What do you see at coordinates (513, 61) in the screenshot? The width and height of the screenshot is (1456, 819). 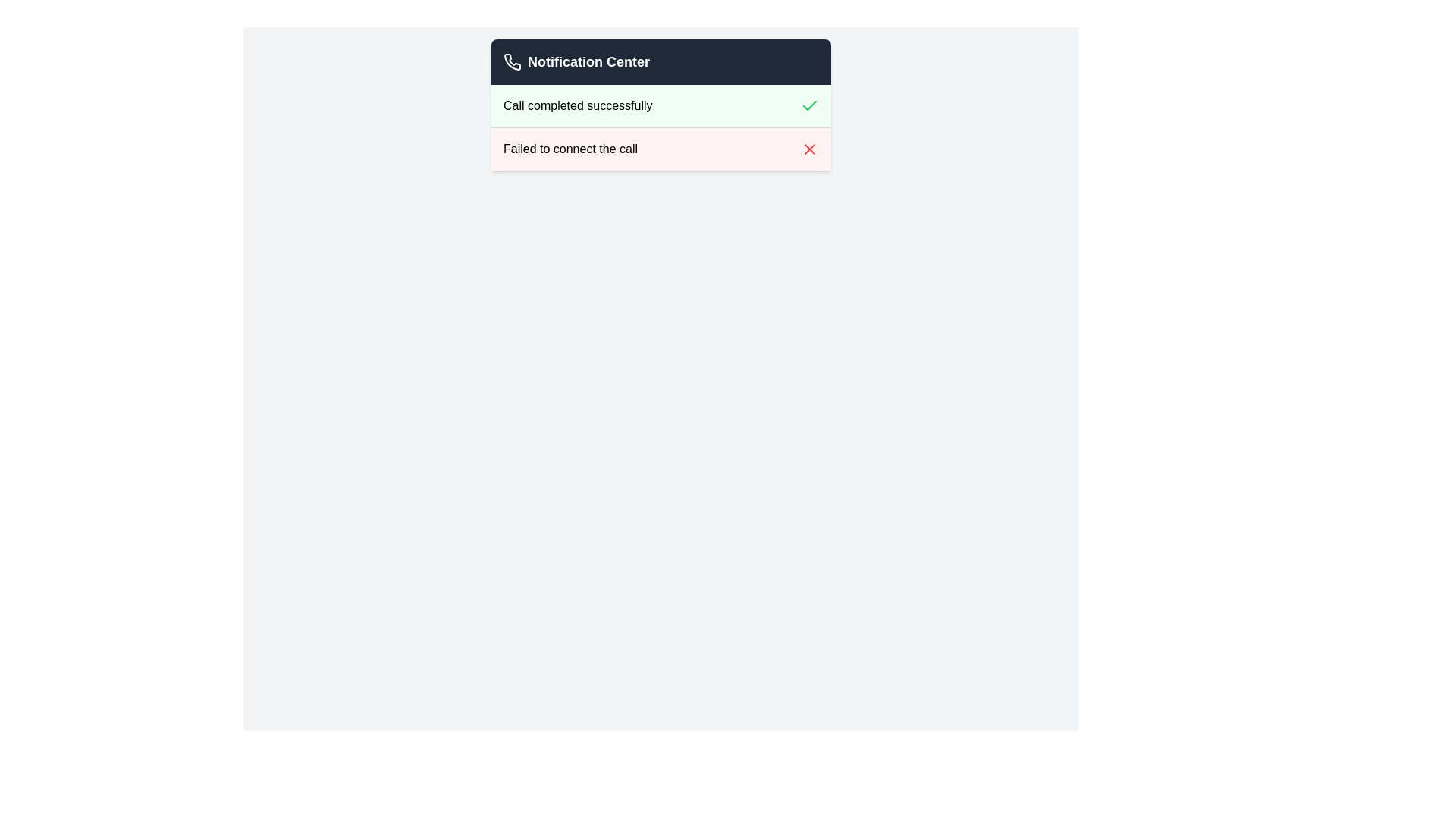 I see `the phone icon located within the dark-blue rectangular bar, positioned to the left of the 'Notification Center' text in the notification panel` at bounding box center [513, 61].